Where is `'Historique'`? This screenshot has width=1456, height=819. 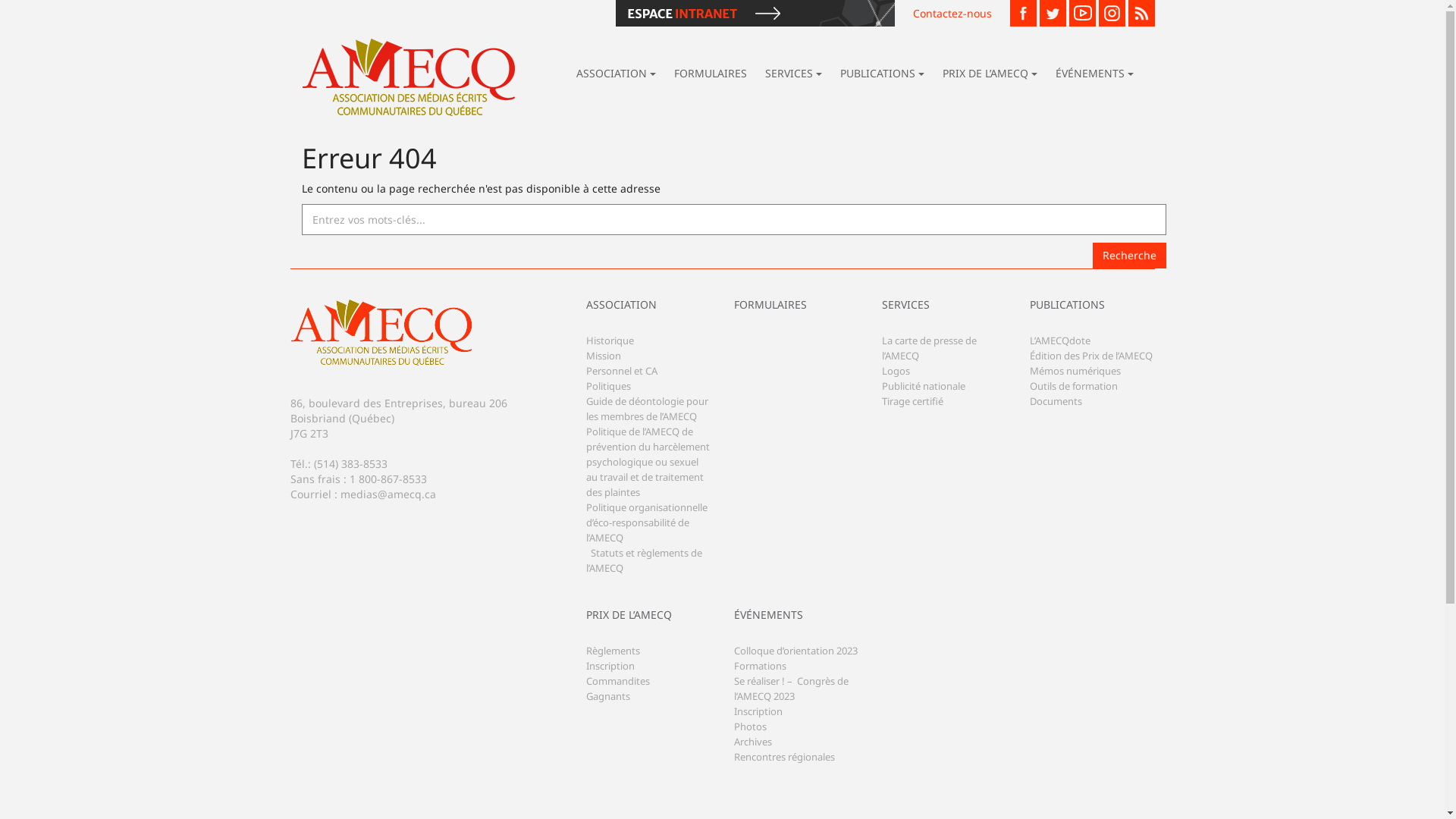 'Historique' is located at coordinates (609, 351).